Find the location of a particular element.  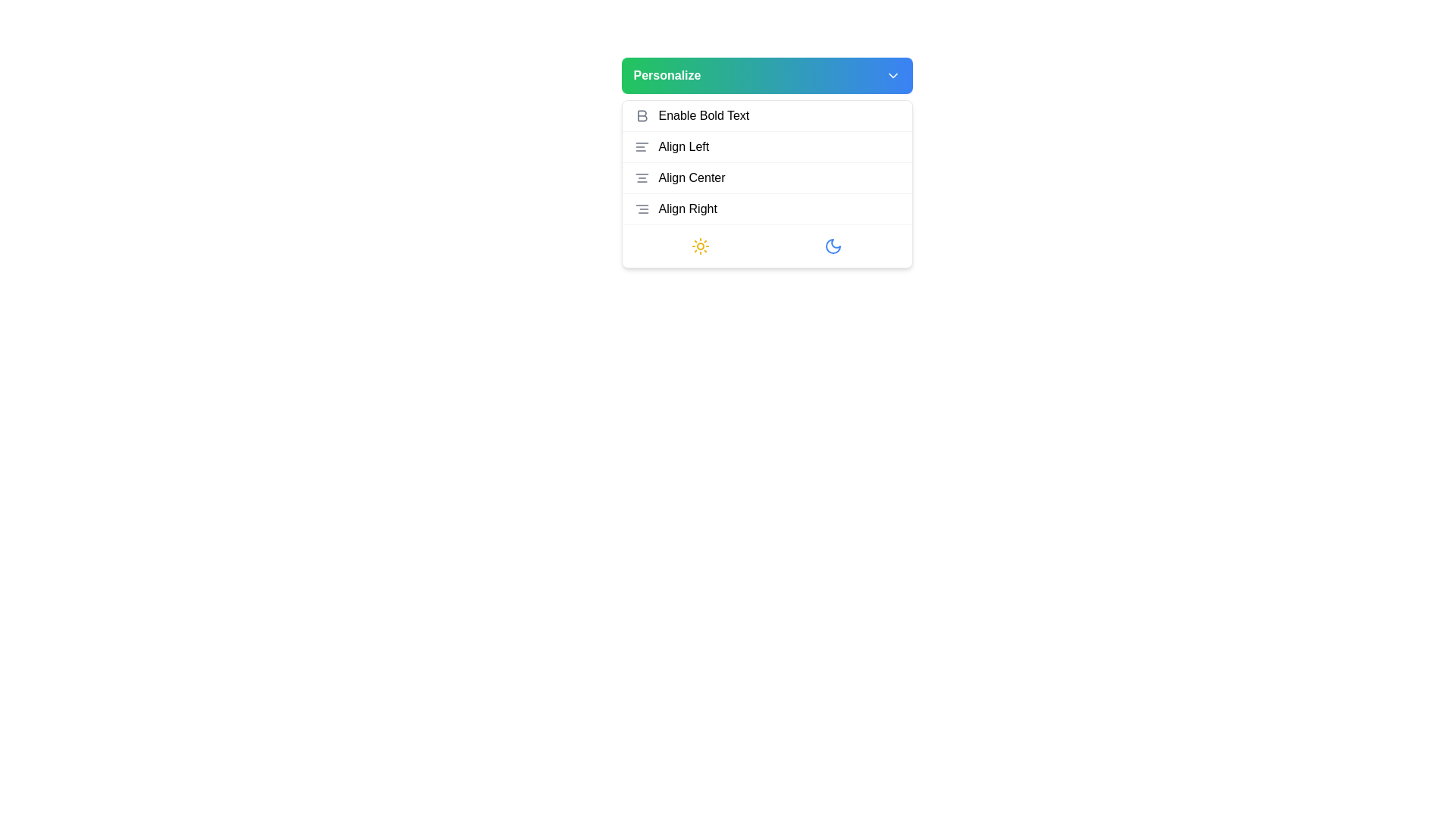

bold text toggle icon located to the left of the 'Enable Bold Text' label in the first row of the dropdown content is located at coordinates (642, 115).